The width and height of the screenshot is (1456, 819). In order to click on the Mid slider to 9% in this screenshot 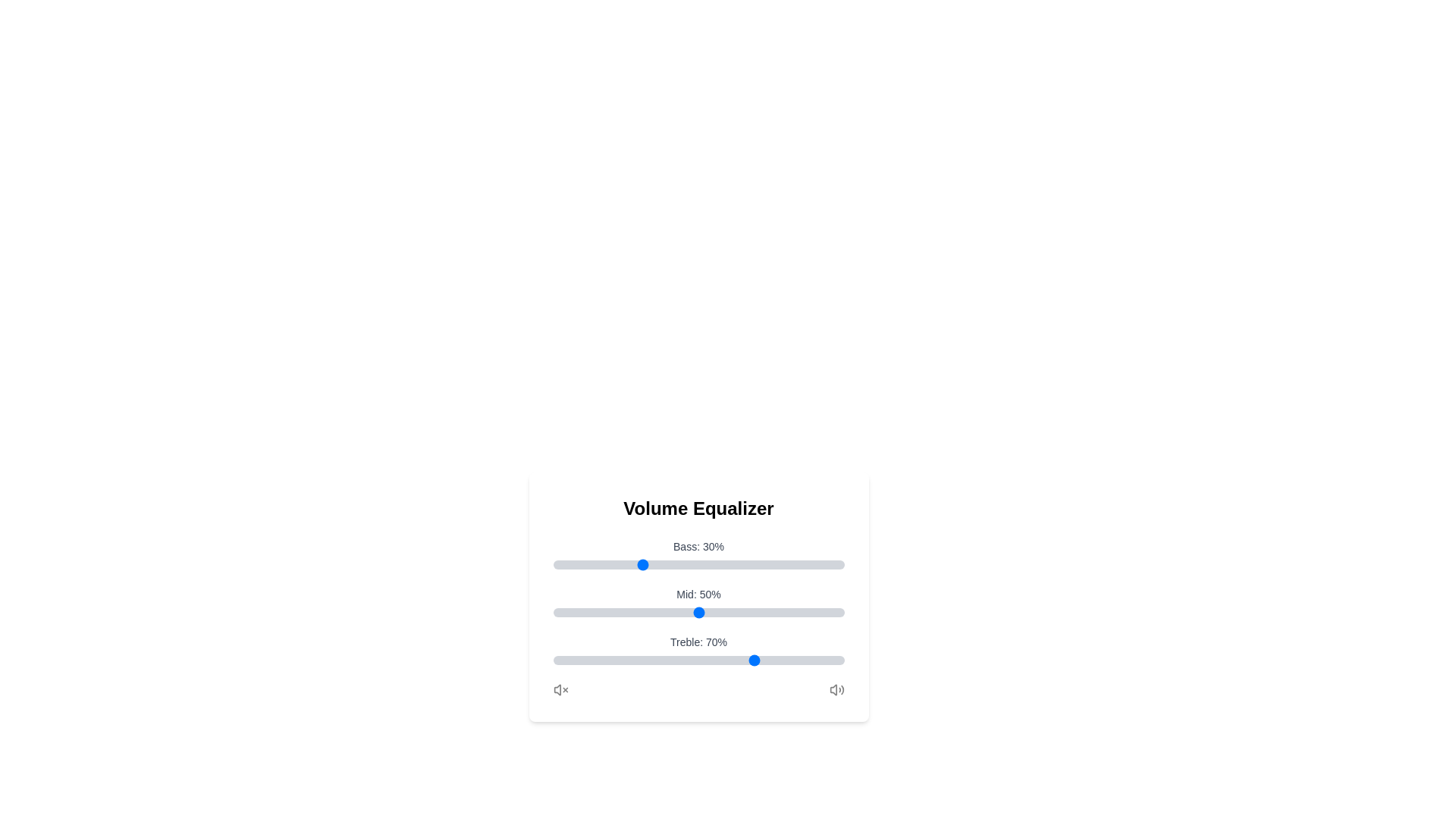, I will do `click(578, 611)`.